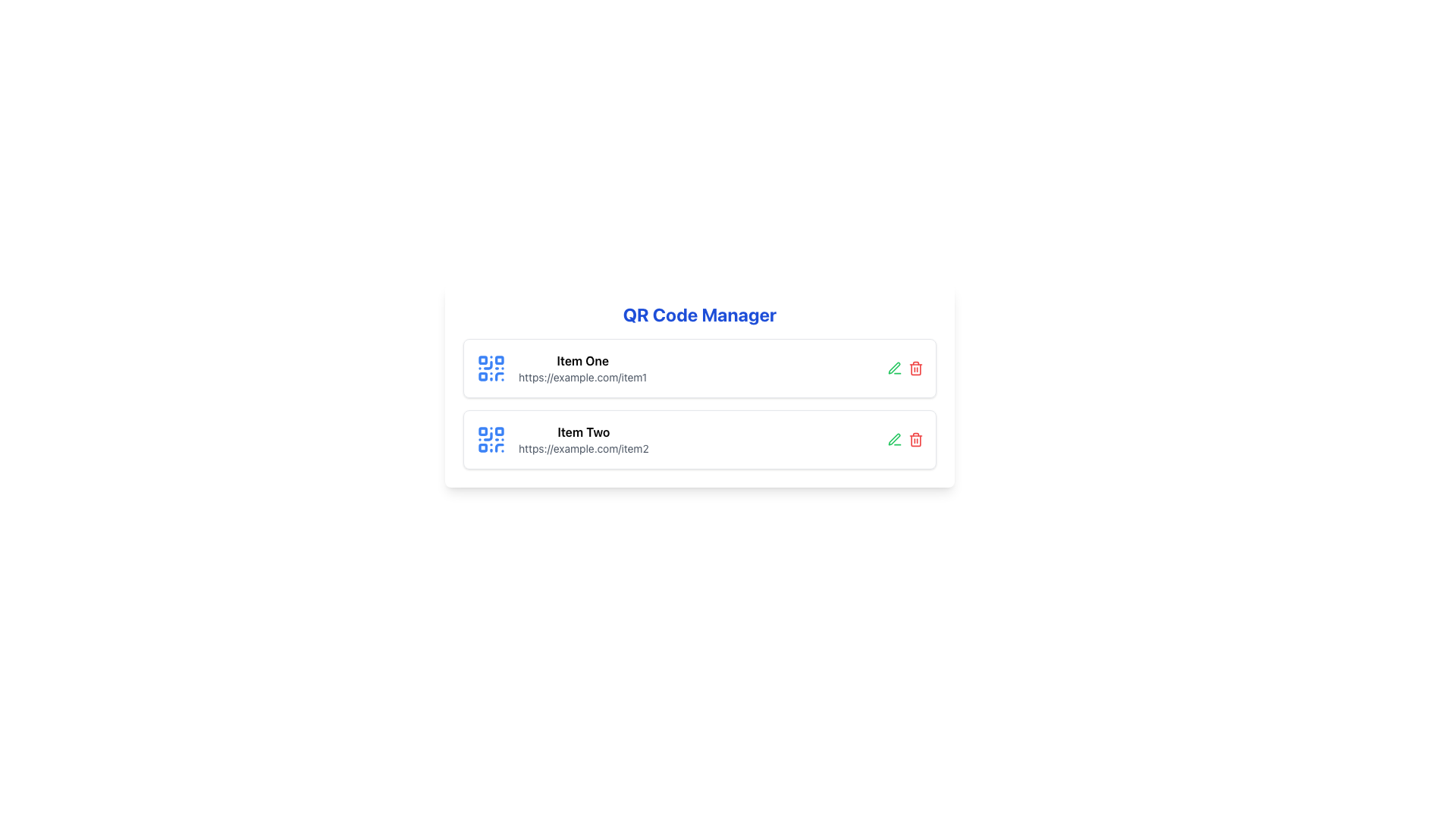 The image size is (1456, 819). What do you see at coordinates (561, 439) in the screenshot?
I see `the 'Item Two' list item, which displays the text in bold and a smaller gray URL below it` at bounding box center [561, 439].